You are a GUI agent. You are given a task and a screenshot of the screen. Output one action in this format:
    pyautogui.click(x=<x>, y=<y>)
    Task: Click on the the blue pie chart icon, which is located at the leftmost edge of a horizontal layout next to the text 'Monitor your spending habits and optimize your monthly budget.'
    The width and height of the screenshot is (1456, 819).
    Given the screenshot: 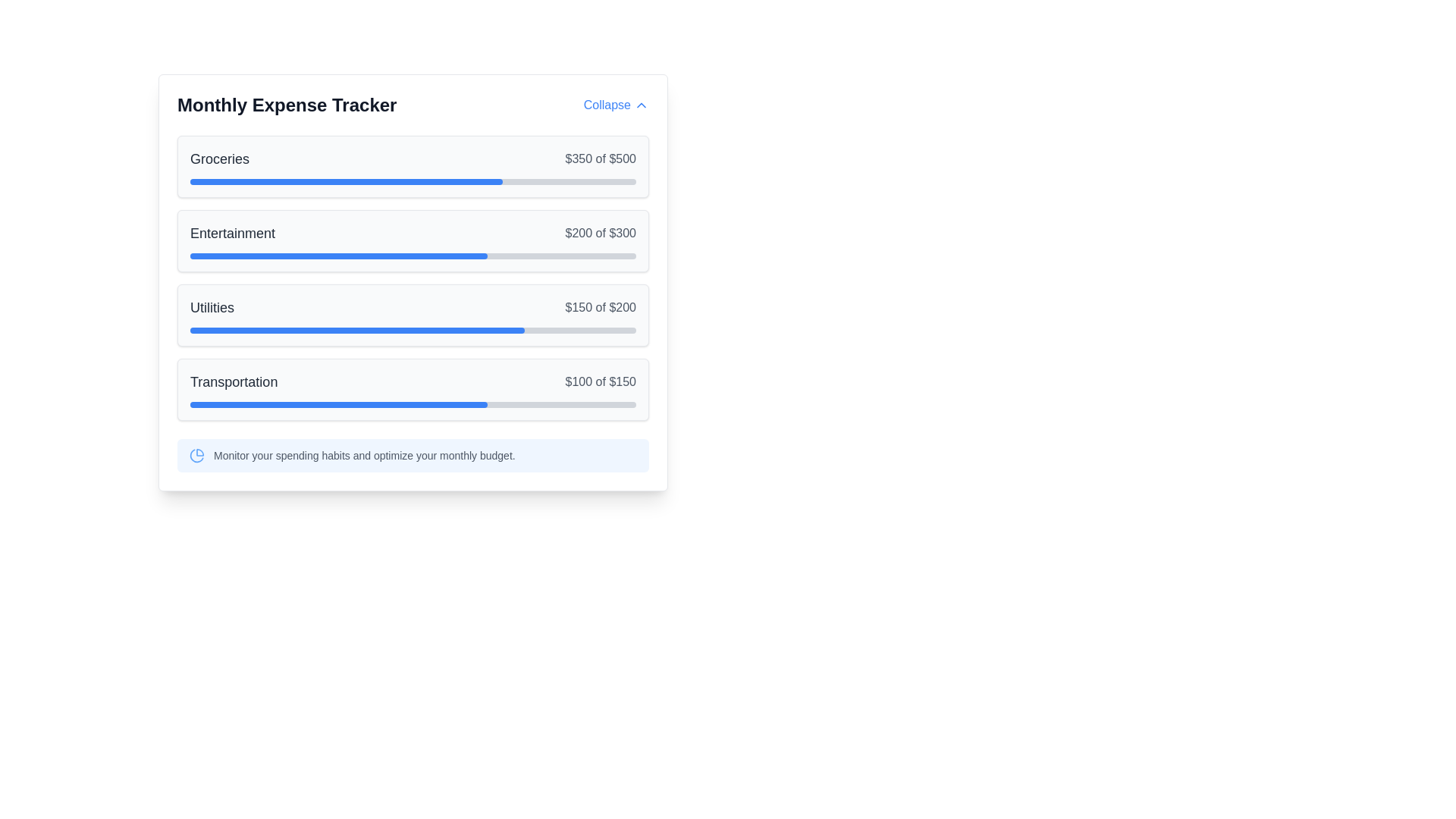 What is the action you would take?
    pyautogui.click(x=196, y=455)
    